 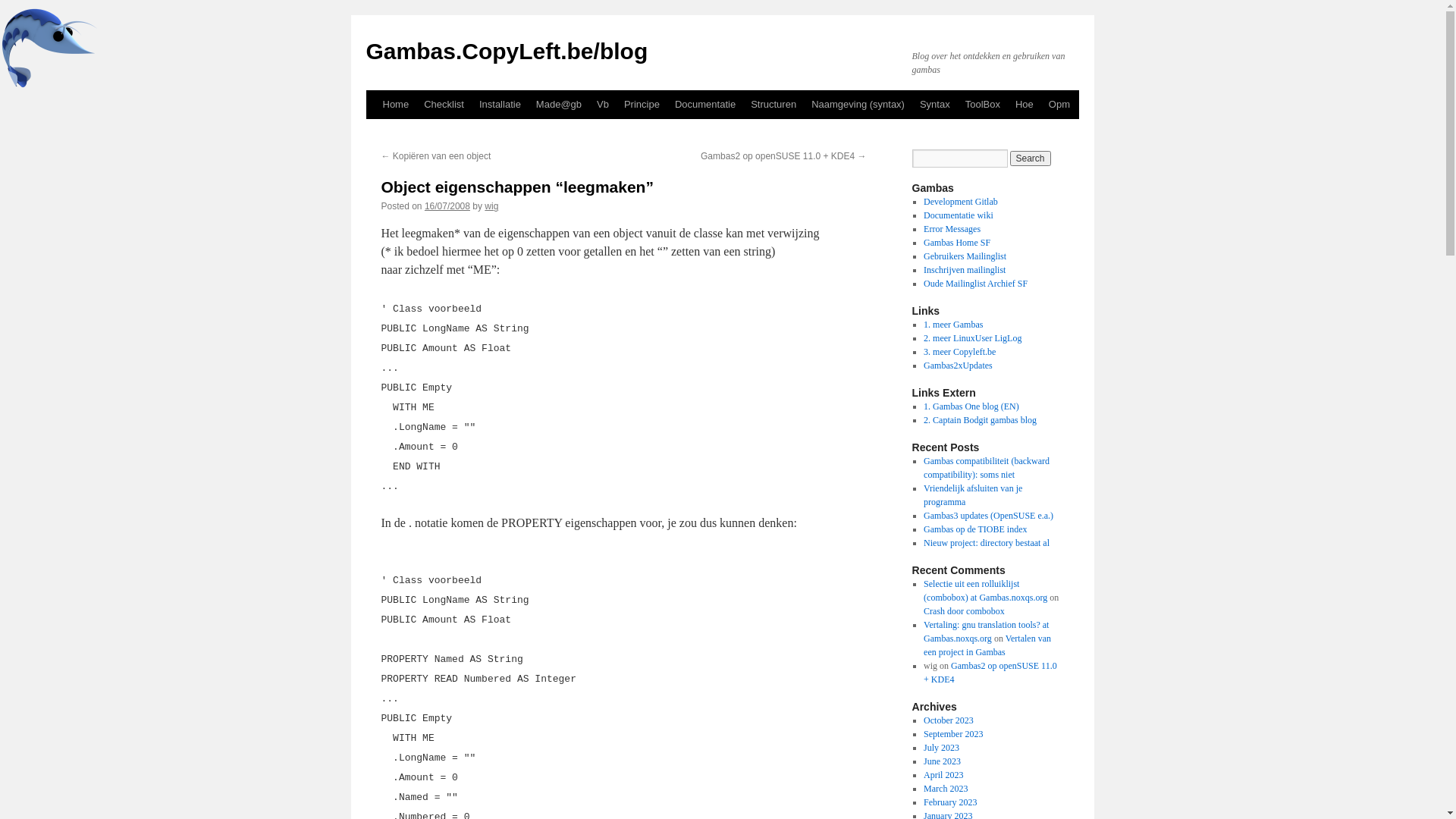 What do you see at coordinates (923, 610) in the screenshot?
I see `'Crash door combobox'` at bounding box center [923, 610].